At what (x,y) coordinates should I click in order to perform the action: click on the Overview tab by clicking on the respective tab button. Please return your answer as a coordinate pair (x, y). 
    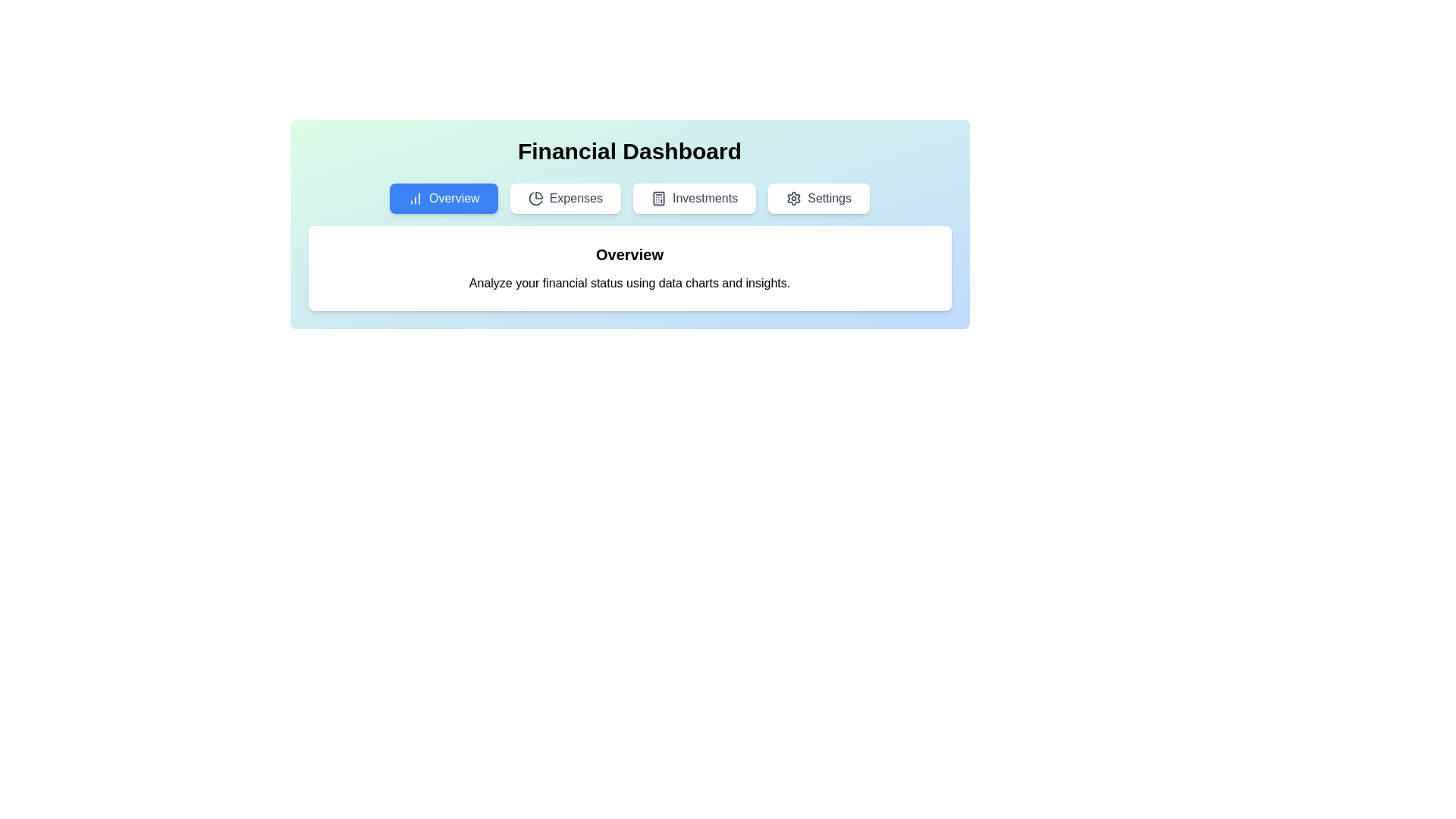
    Looking at the image, I should click on (443, 198).